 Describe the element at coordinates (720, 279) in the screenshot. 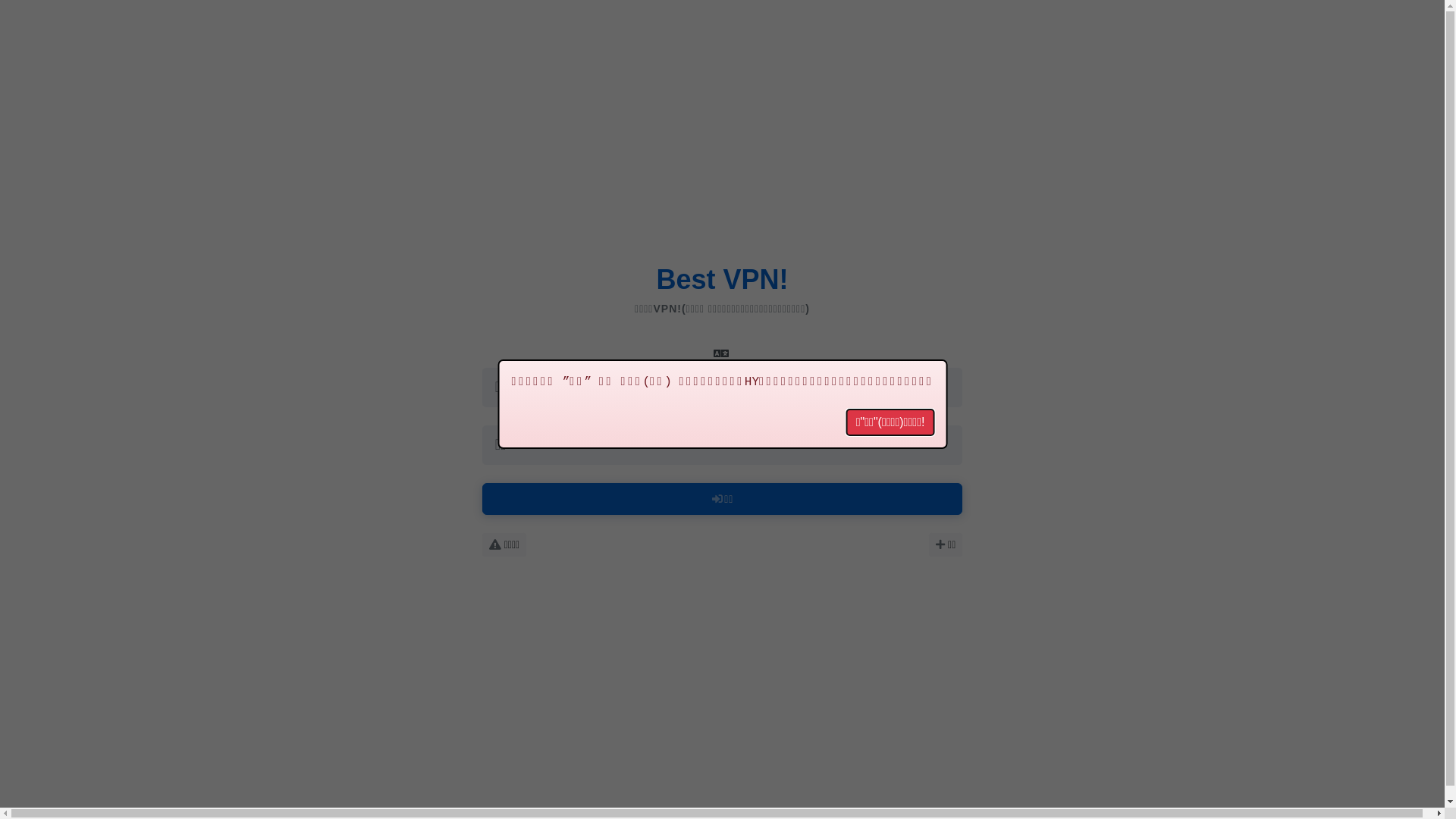

I see `'Best VPN!'` at that location.